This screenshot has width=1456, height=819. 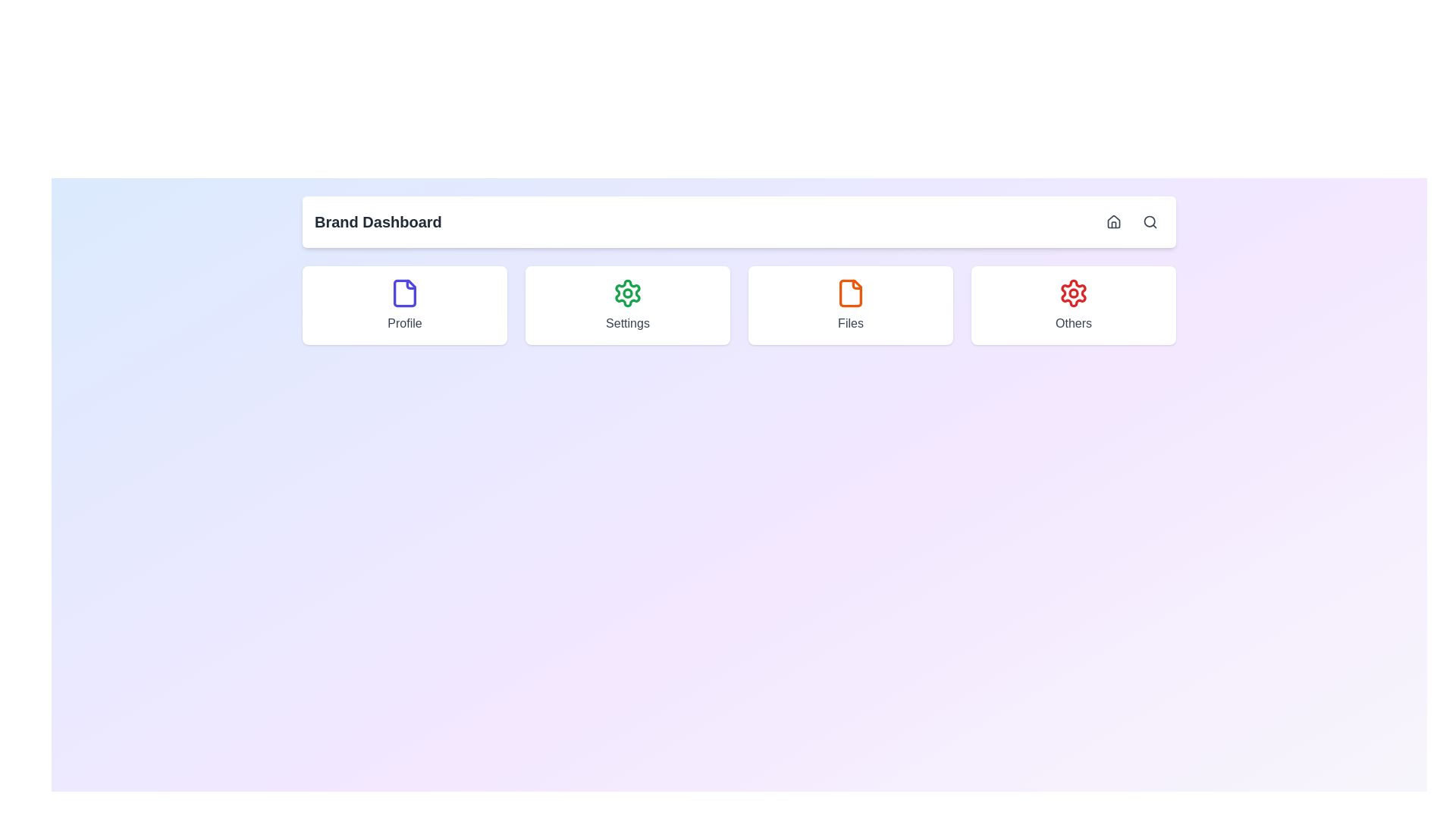 I want to click on the search icon button, which is a dark gray magnifying glass located at the top-right of the interface, to initiate a search action, so click(x=1150, y=222).